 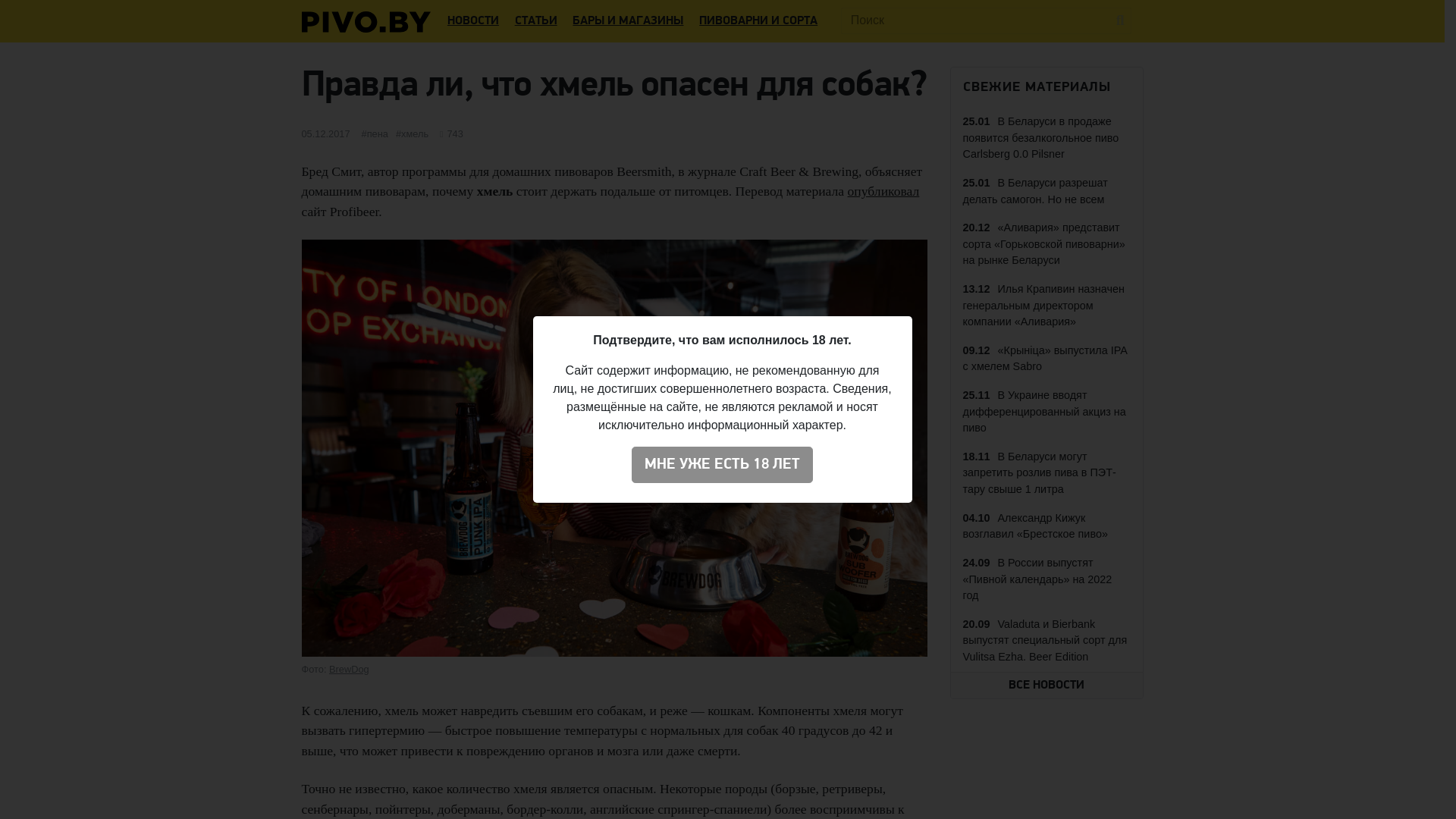 I want to click on 'BrewDog', so click(x=328, y=668).